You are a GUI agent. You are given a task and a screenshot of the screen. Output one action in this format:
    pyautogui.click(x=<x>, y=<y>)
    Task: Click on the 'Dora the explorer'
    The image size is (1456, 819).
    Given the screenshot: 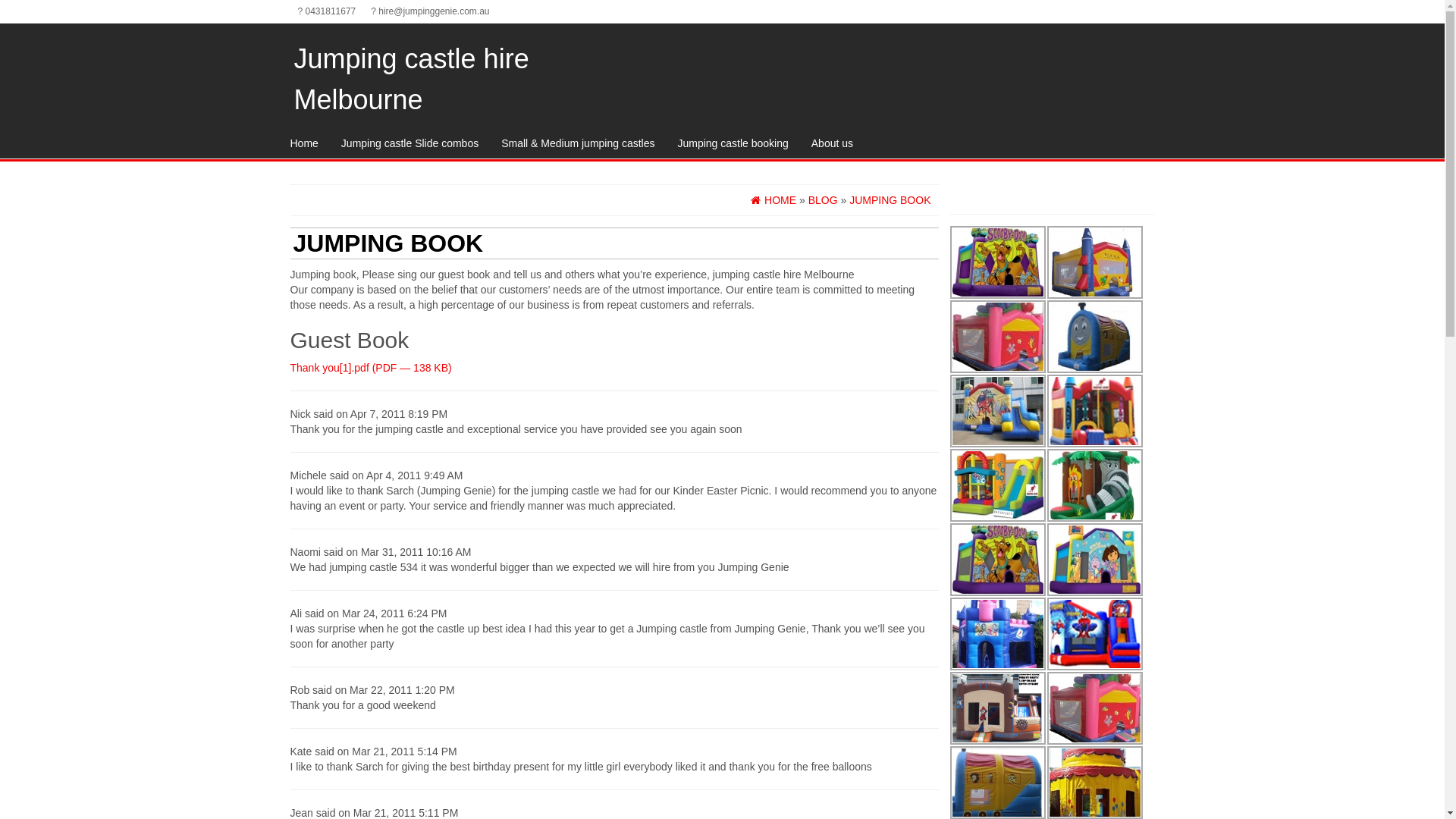 What is the action you would take?
    pyautogui.click(x=1094, y=559)
    